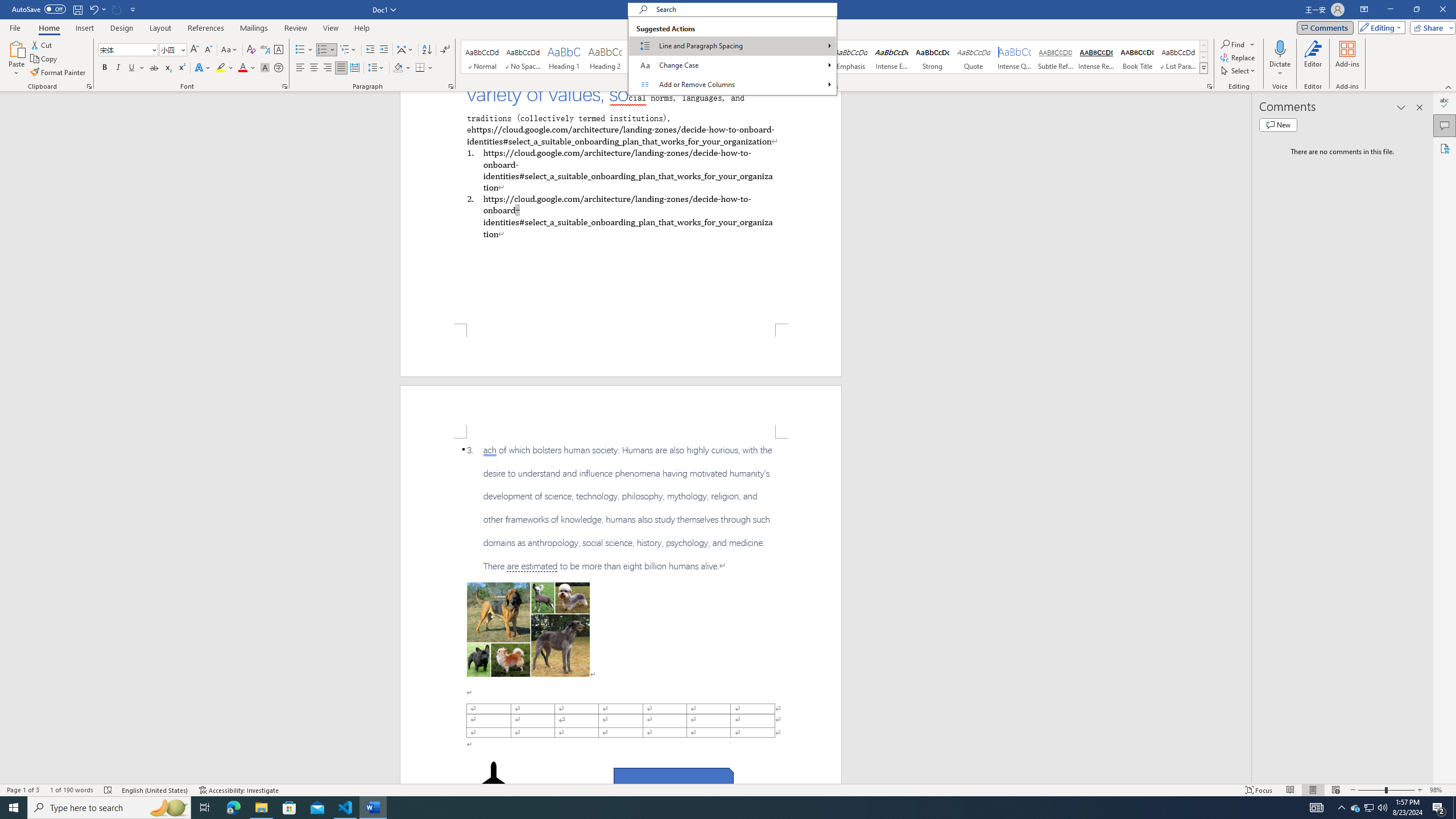 This screenshot has height=819, width=1456. Describe the element at coordinates (44, 59) in the screenshot. I see `'Copy'` at that location.